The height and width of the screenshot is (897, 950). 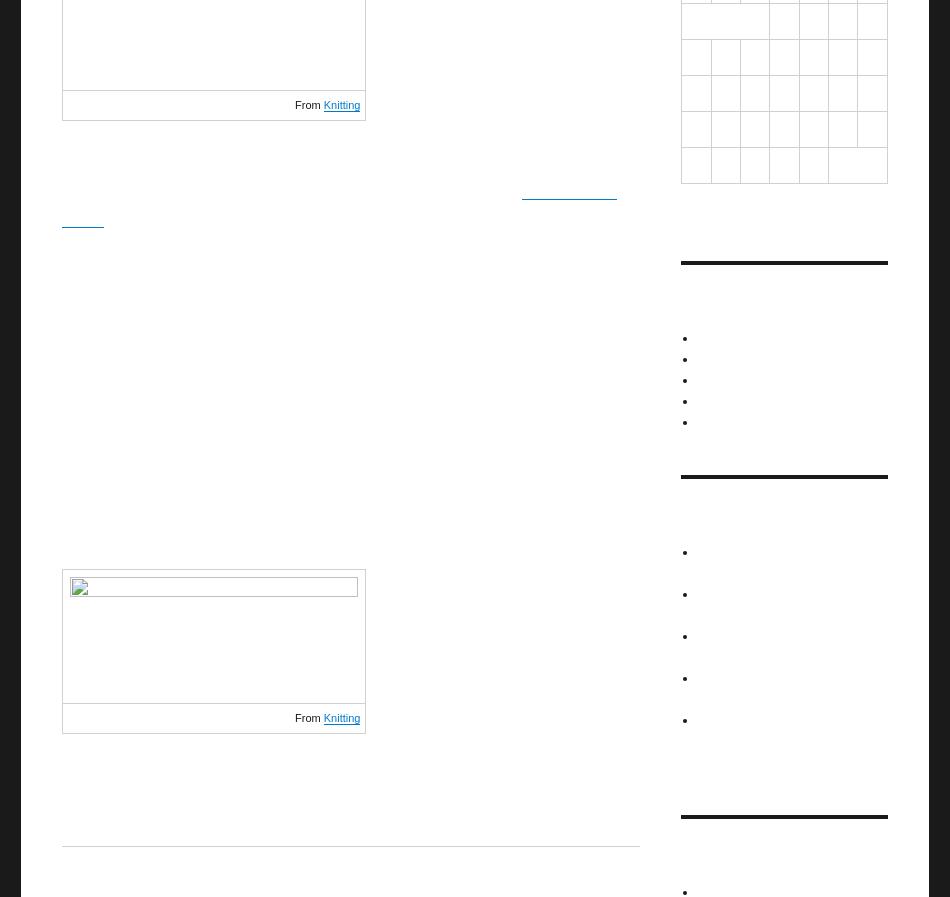 What do you see at coordinates (812, 127) in the screenshot?
I see `'23'` at bounding box center [812, 127].